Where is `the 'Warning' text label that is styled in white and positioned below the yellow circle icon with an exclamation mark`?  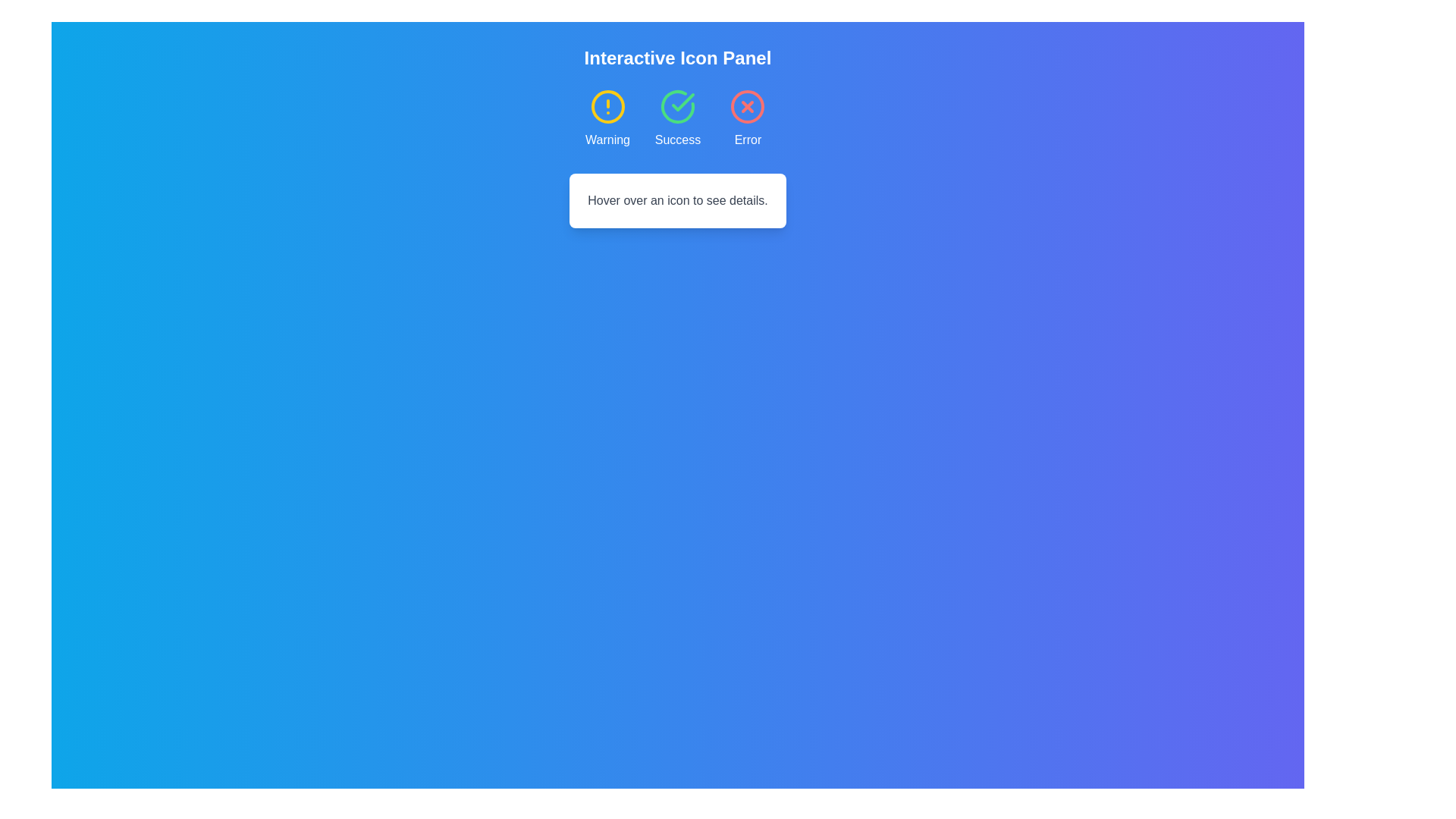 the 'Warning' text label that is styled in white and positioned below the yellow circle icon with an exclamation mark is located at coordinates (607, 140).